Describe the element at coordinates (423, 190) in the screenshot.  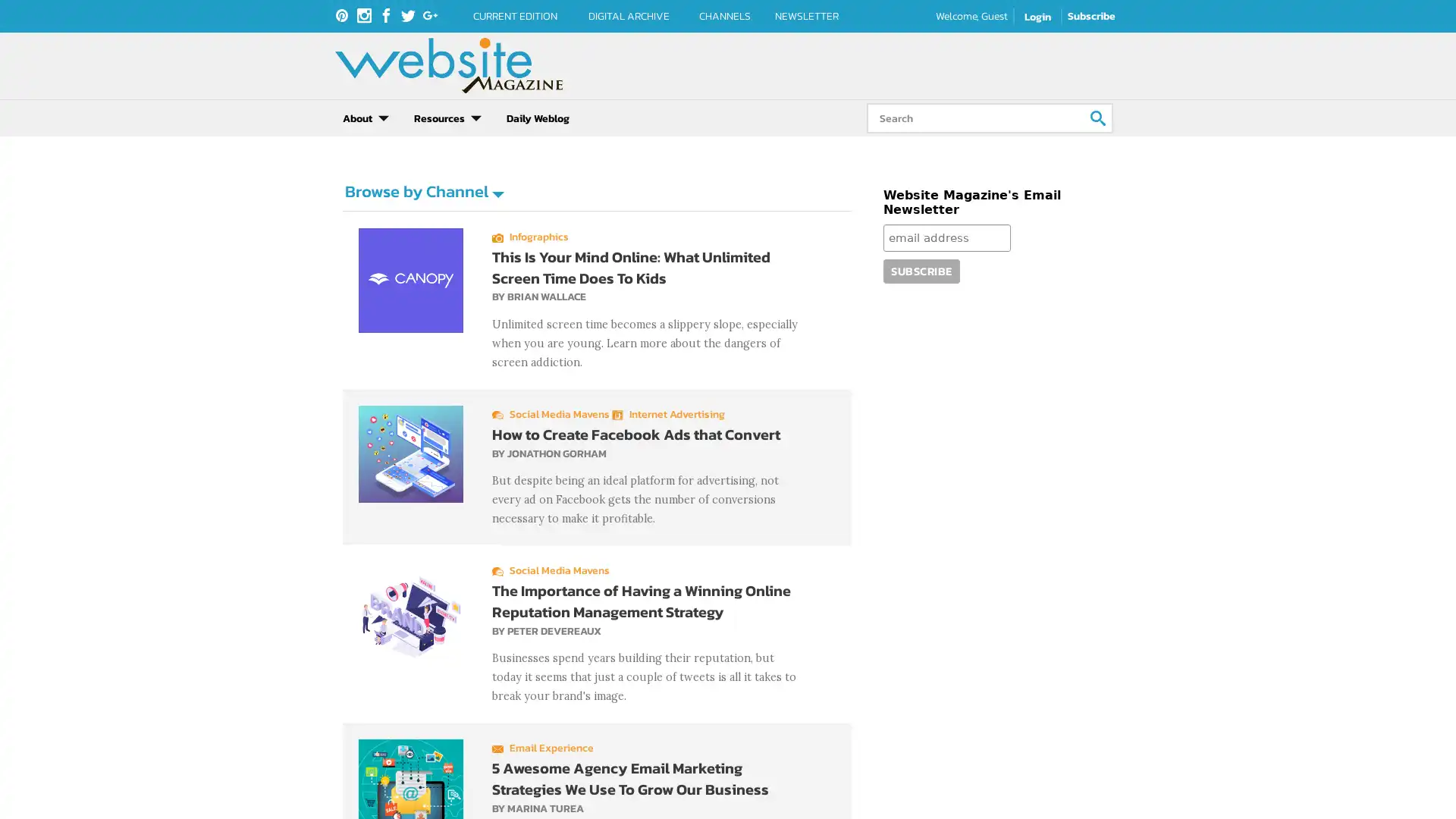
I see `Browse by Channel` at that location.